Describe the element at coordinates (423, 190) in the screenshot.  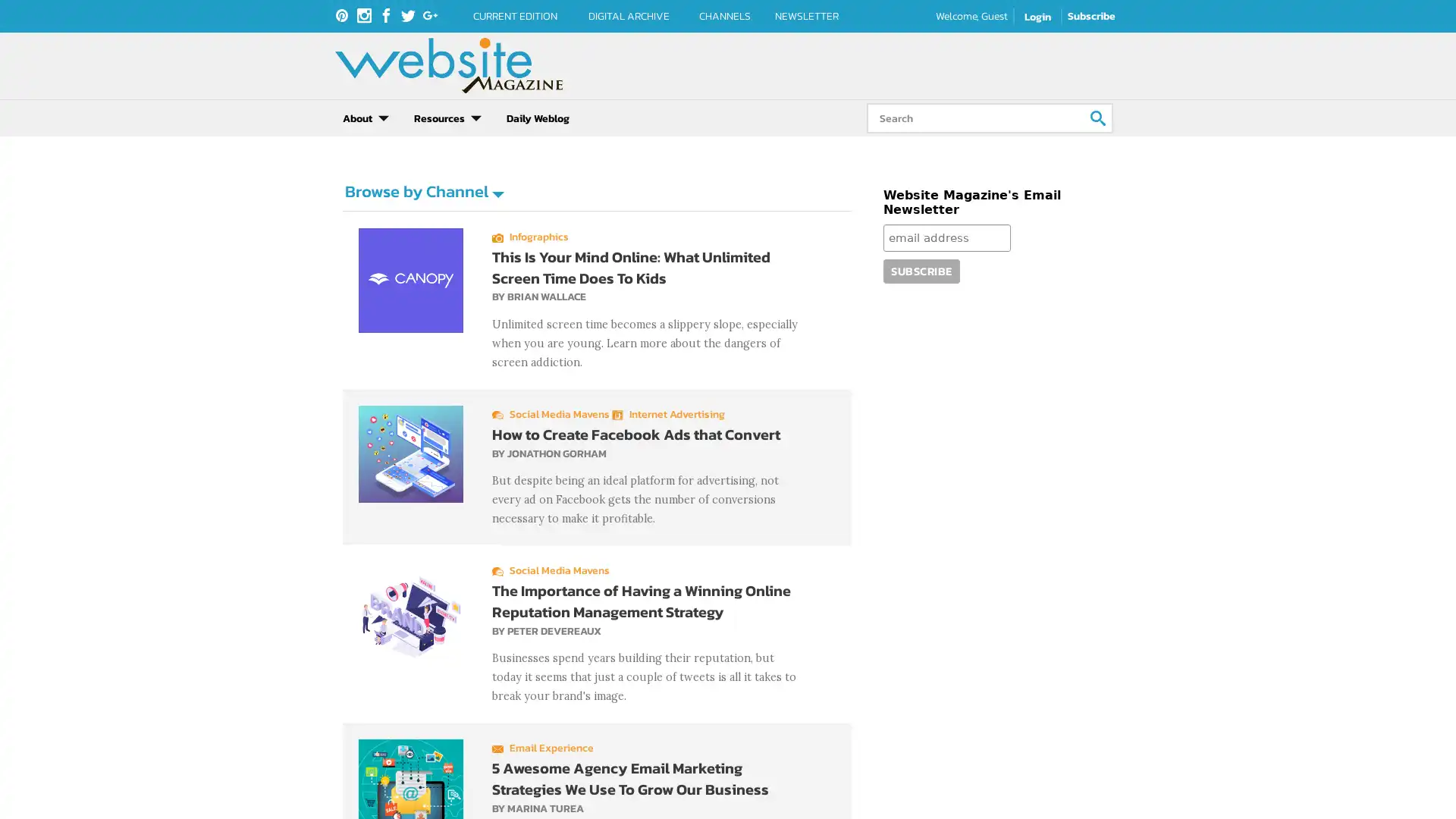
I see `Browse by Channel` at that location.